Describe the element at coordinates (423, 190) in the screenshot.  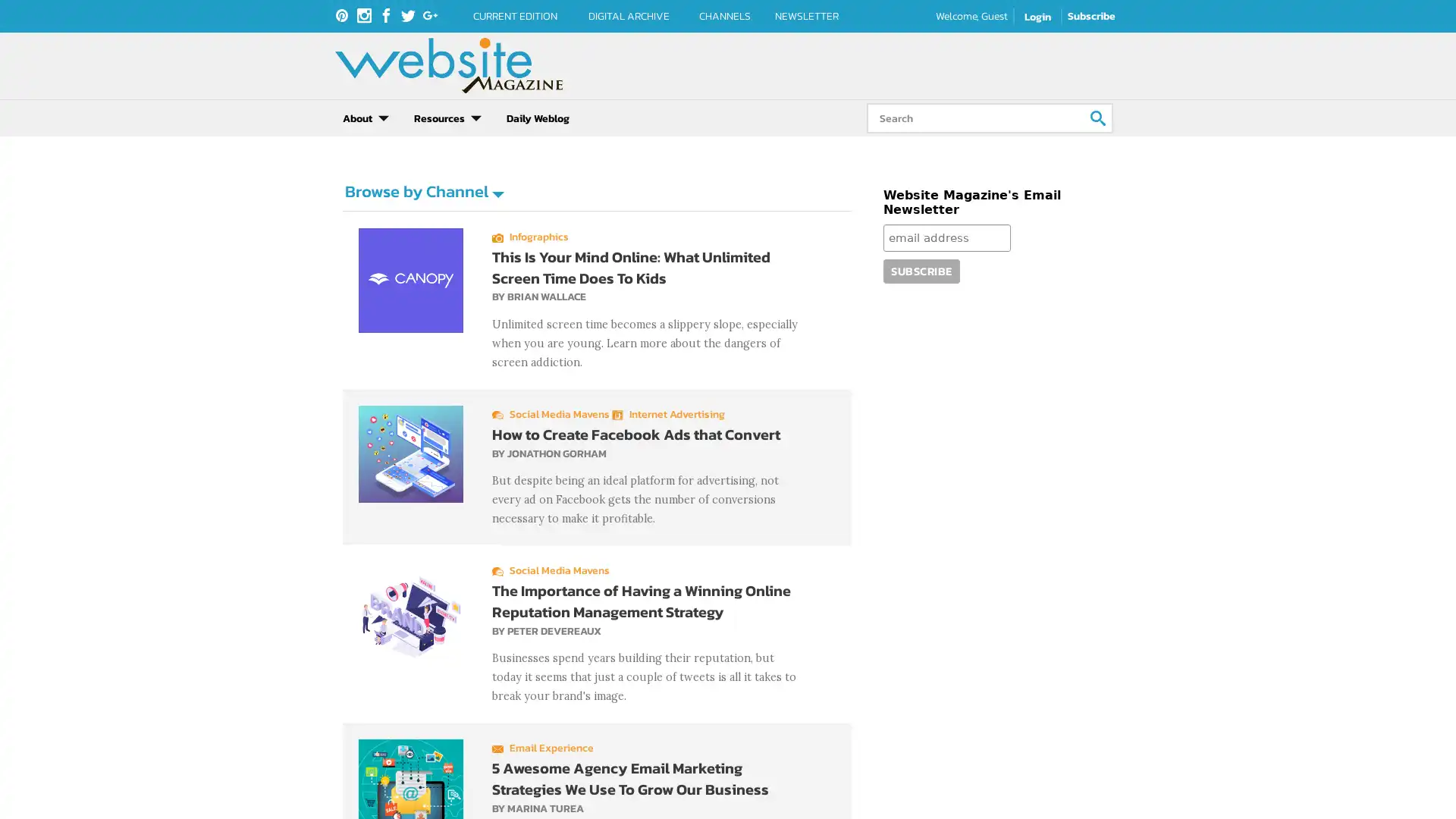
I see `Browse by Channel` at that location.